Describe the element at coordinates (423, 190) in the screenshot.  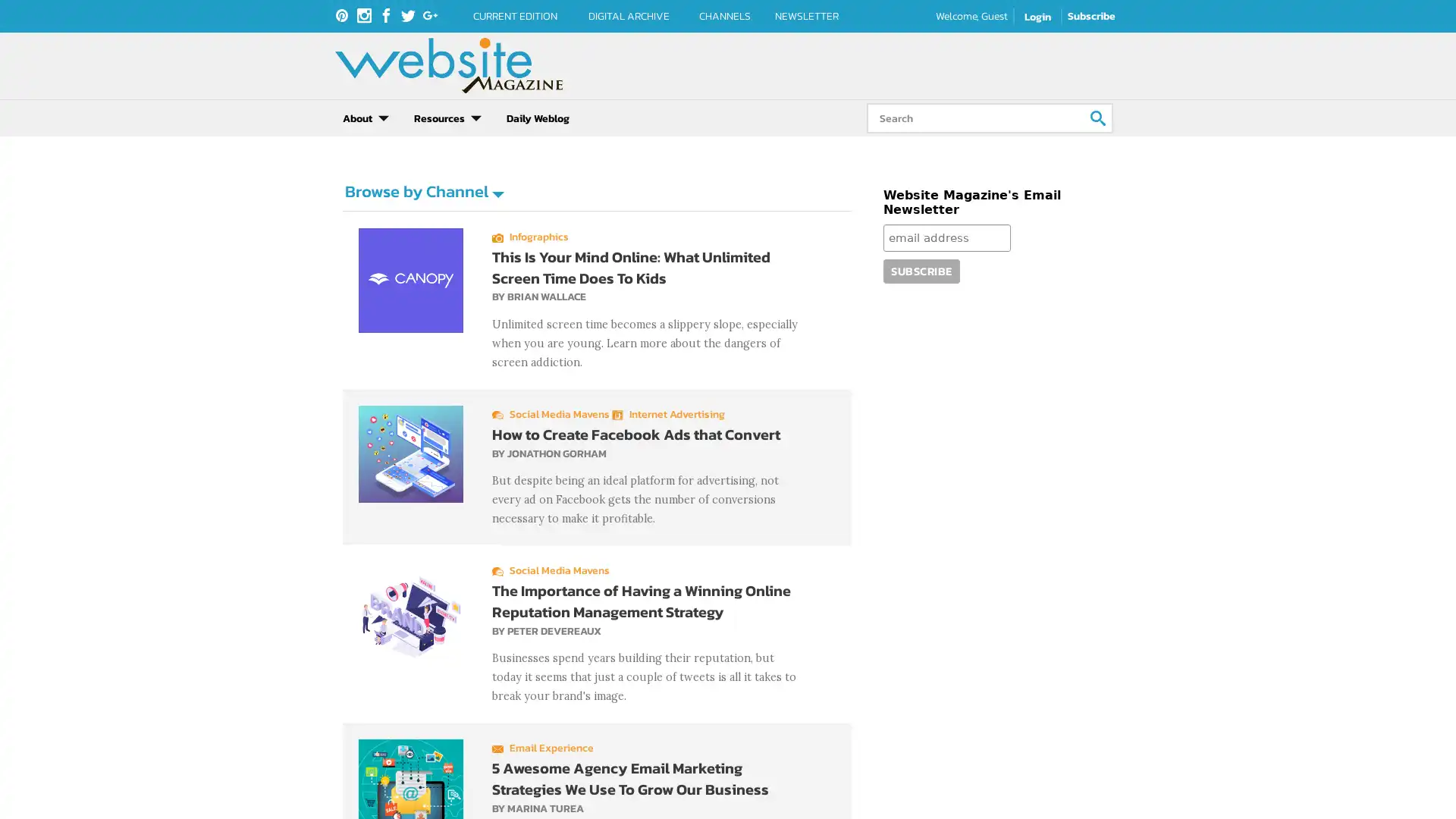
I see `Browse by Channel` at that location.